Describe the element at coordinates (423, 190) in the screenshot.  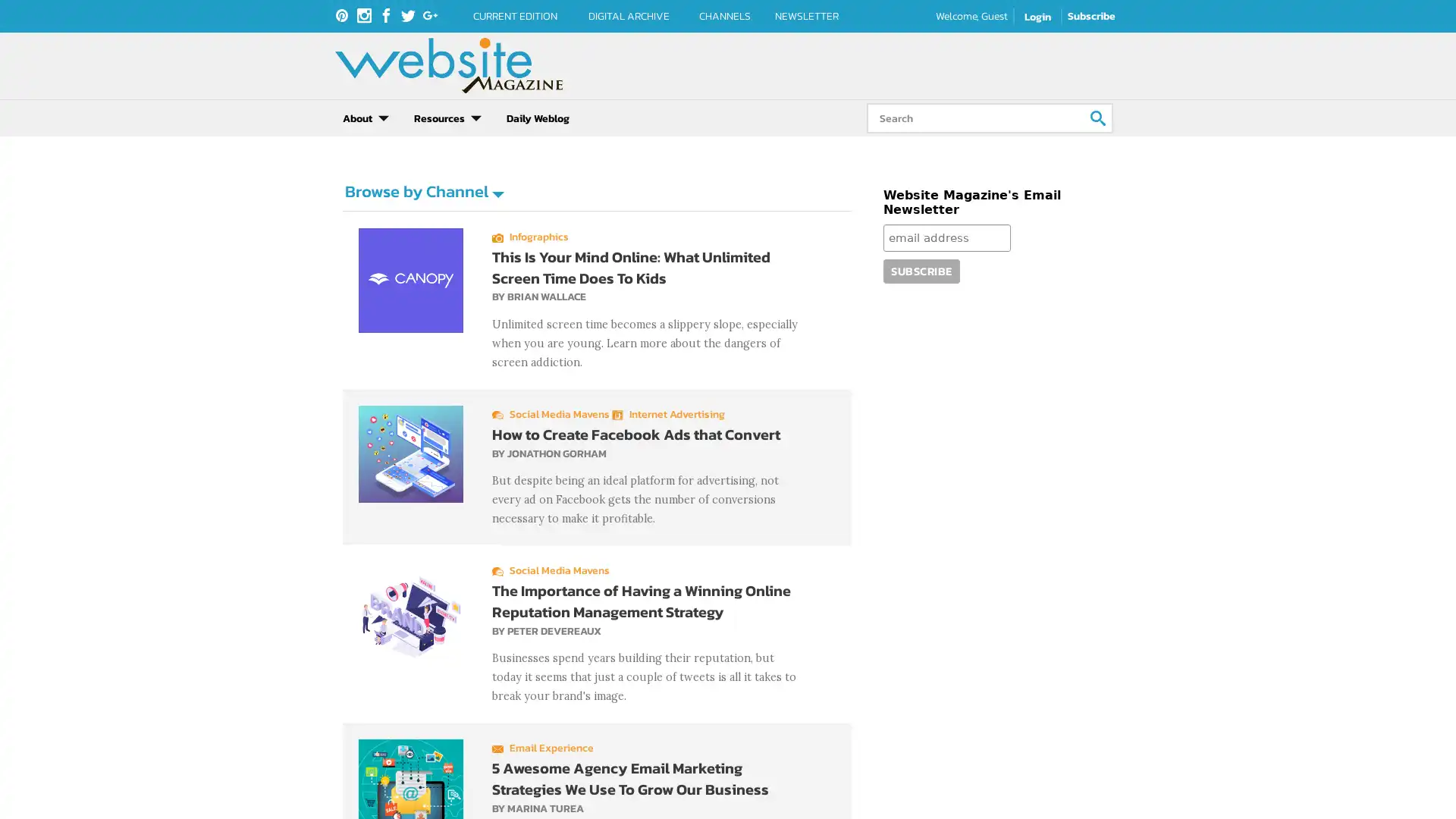
I see `Browse by Channel` at that location.